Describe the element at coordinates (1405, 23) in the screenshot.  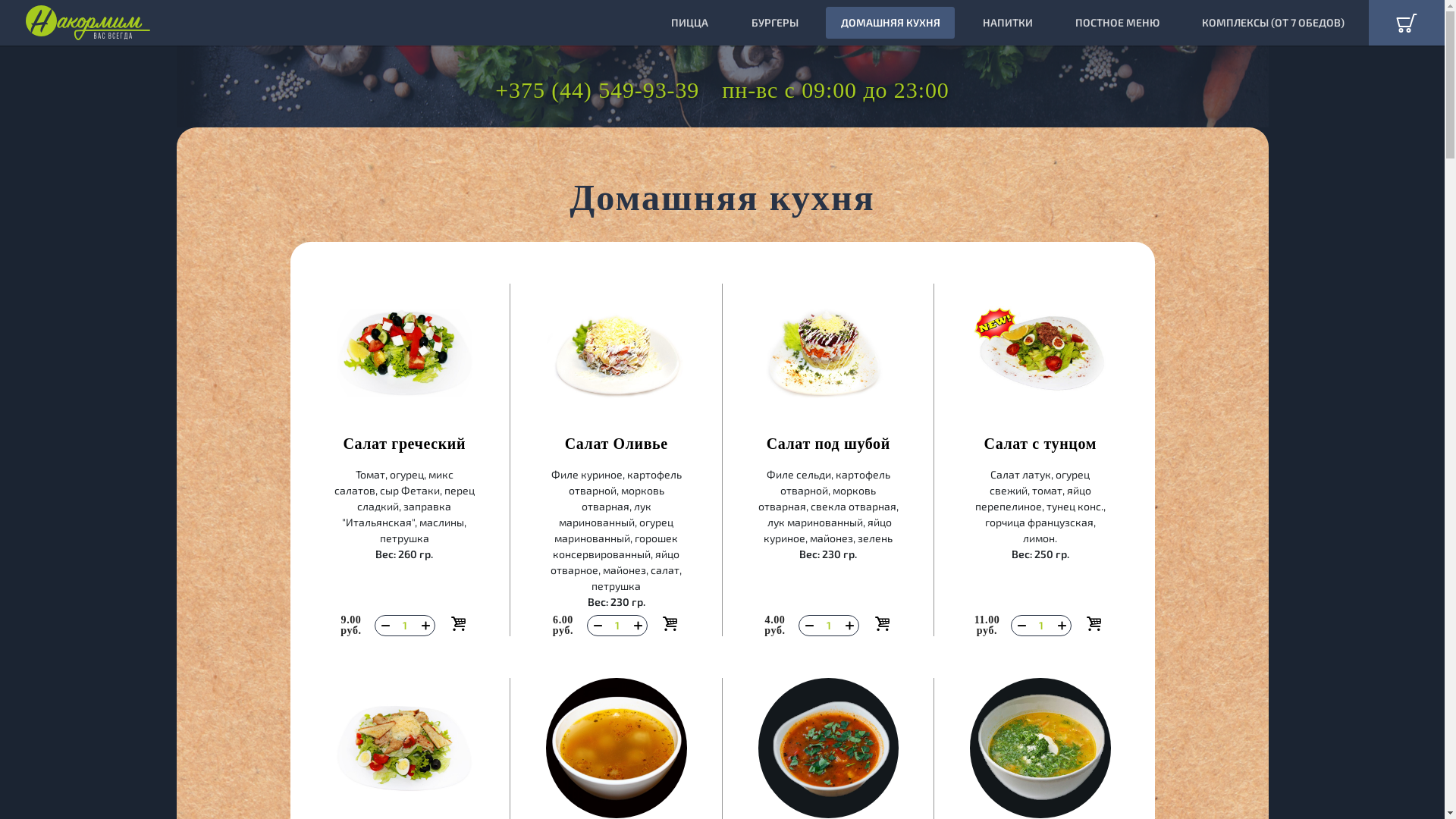
I see `'Cart'` at that location.